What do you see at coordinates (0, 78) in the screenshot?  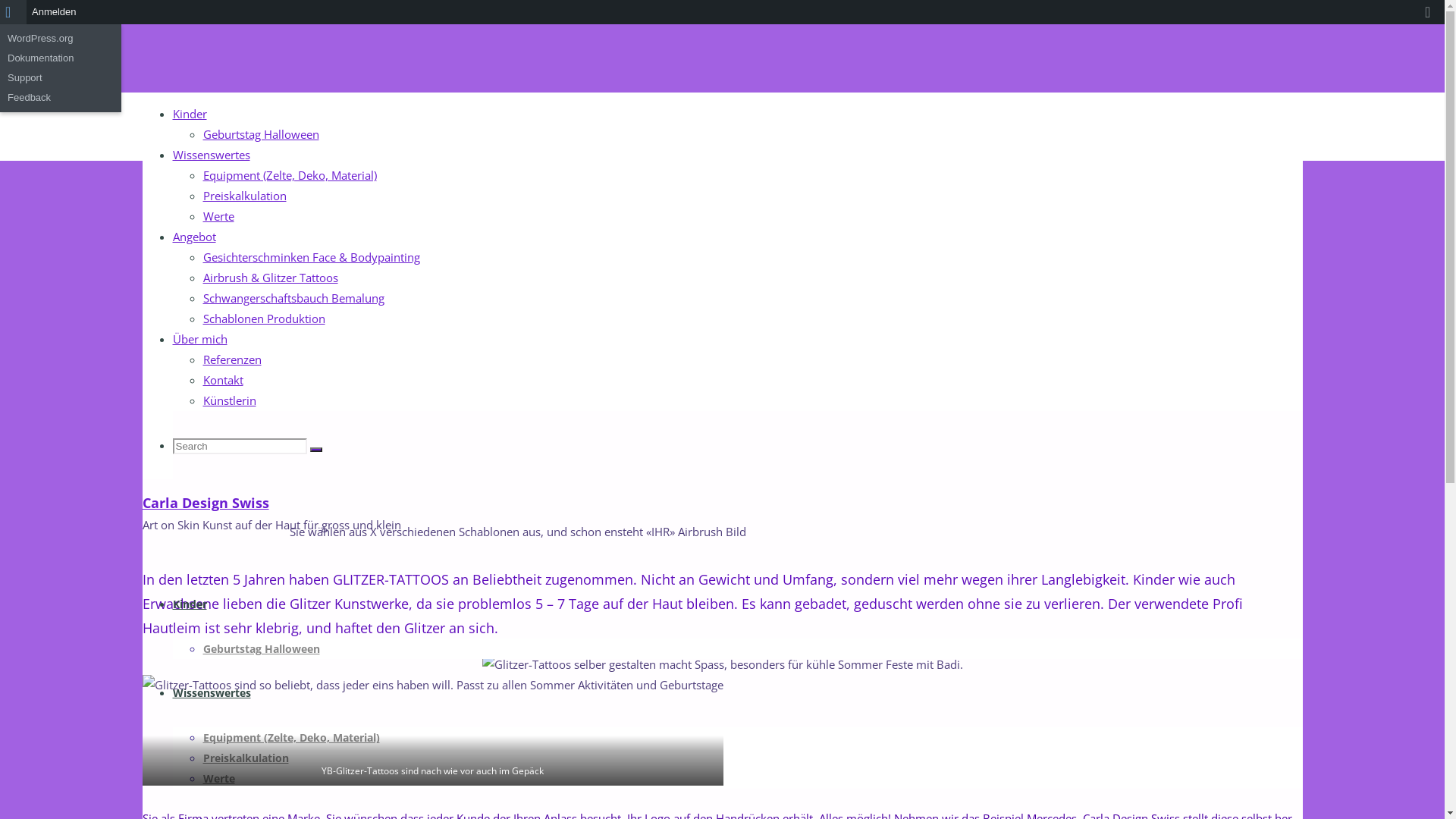 I see `'Support'` at bounding box center [0, 78].